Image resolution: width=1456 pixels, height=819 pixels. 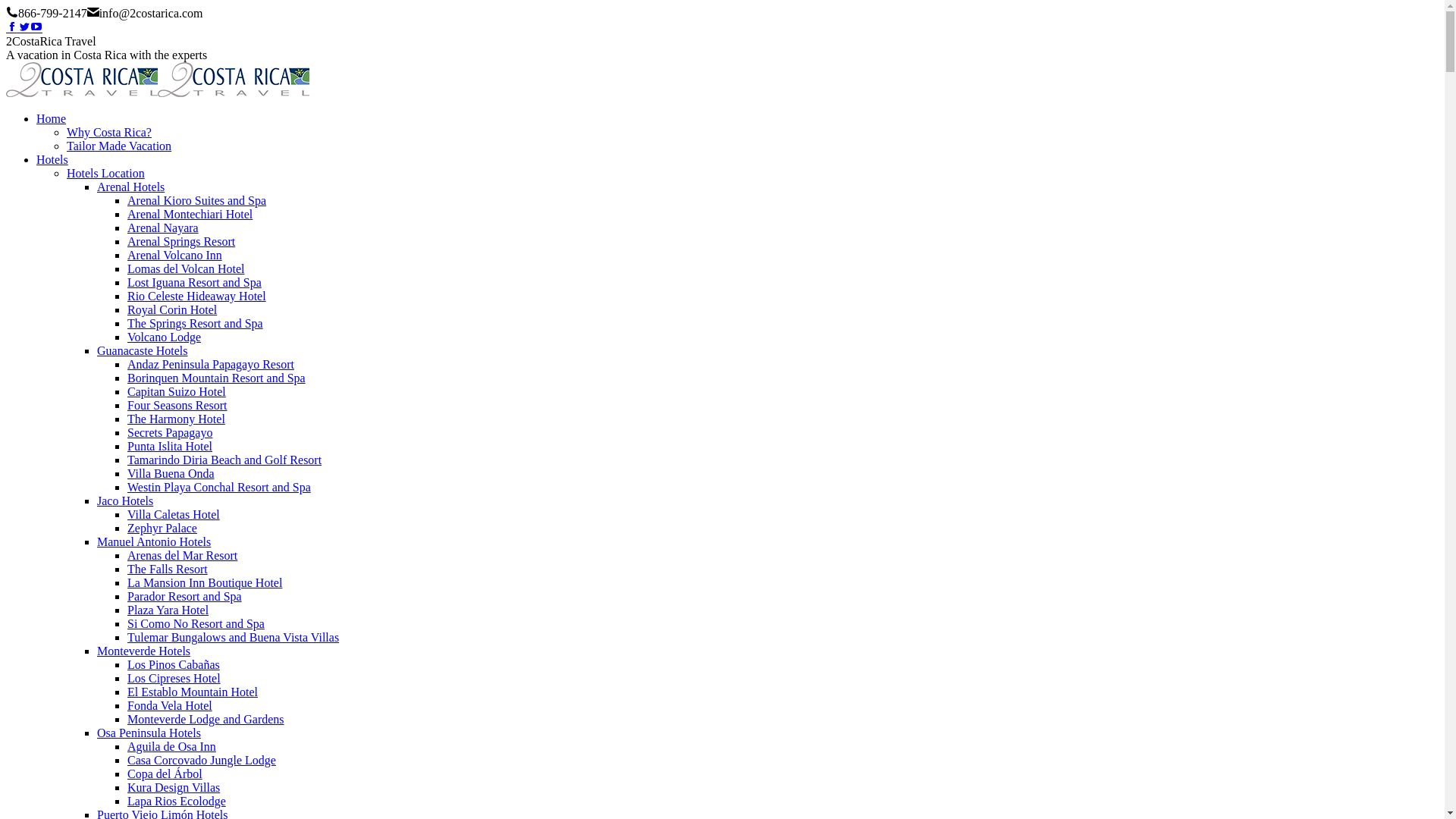 I want to click on 'Manuel Antonio Hotels', so click(x=153, y=541).